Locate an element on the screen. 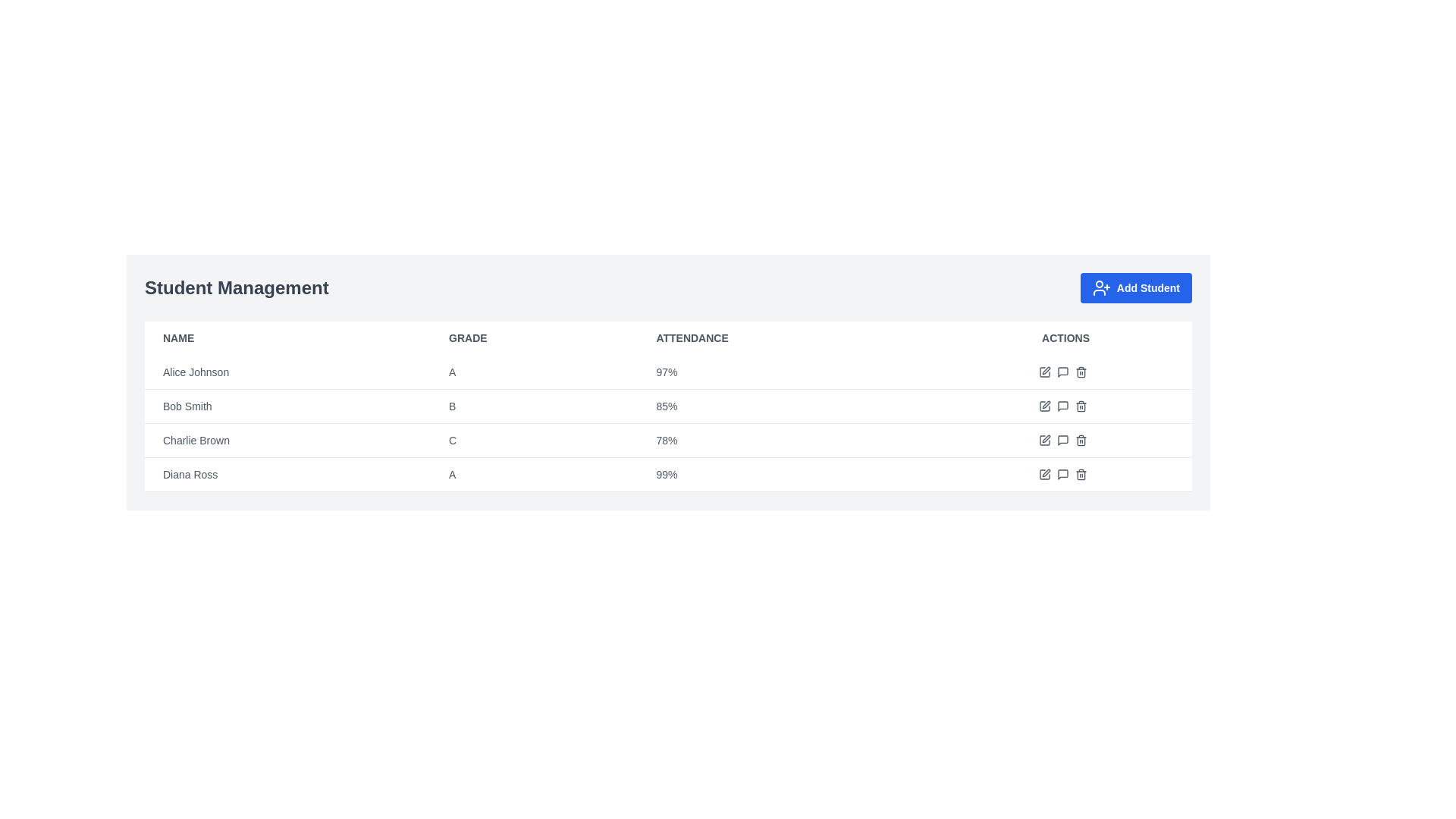 The height and width of the screenshot is (819, 1456). the trash can icon element, which is part of the actions for 'Bob Smith' is located at coordinates (1080, 406).